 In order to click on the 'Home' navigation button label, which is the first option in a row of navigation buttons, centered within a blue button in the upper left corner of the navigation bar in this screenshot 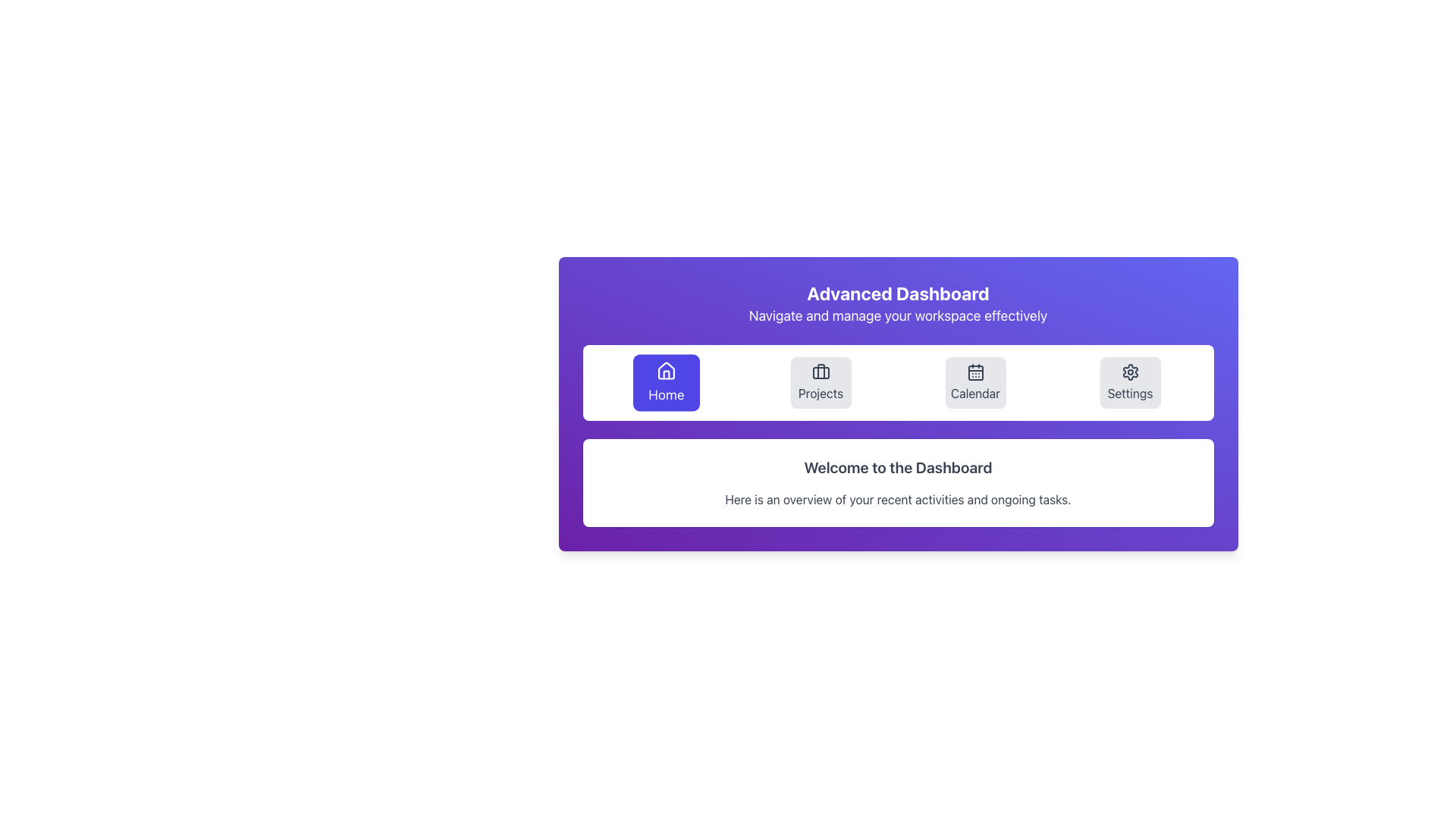, I will do `click(666, 394)`.